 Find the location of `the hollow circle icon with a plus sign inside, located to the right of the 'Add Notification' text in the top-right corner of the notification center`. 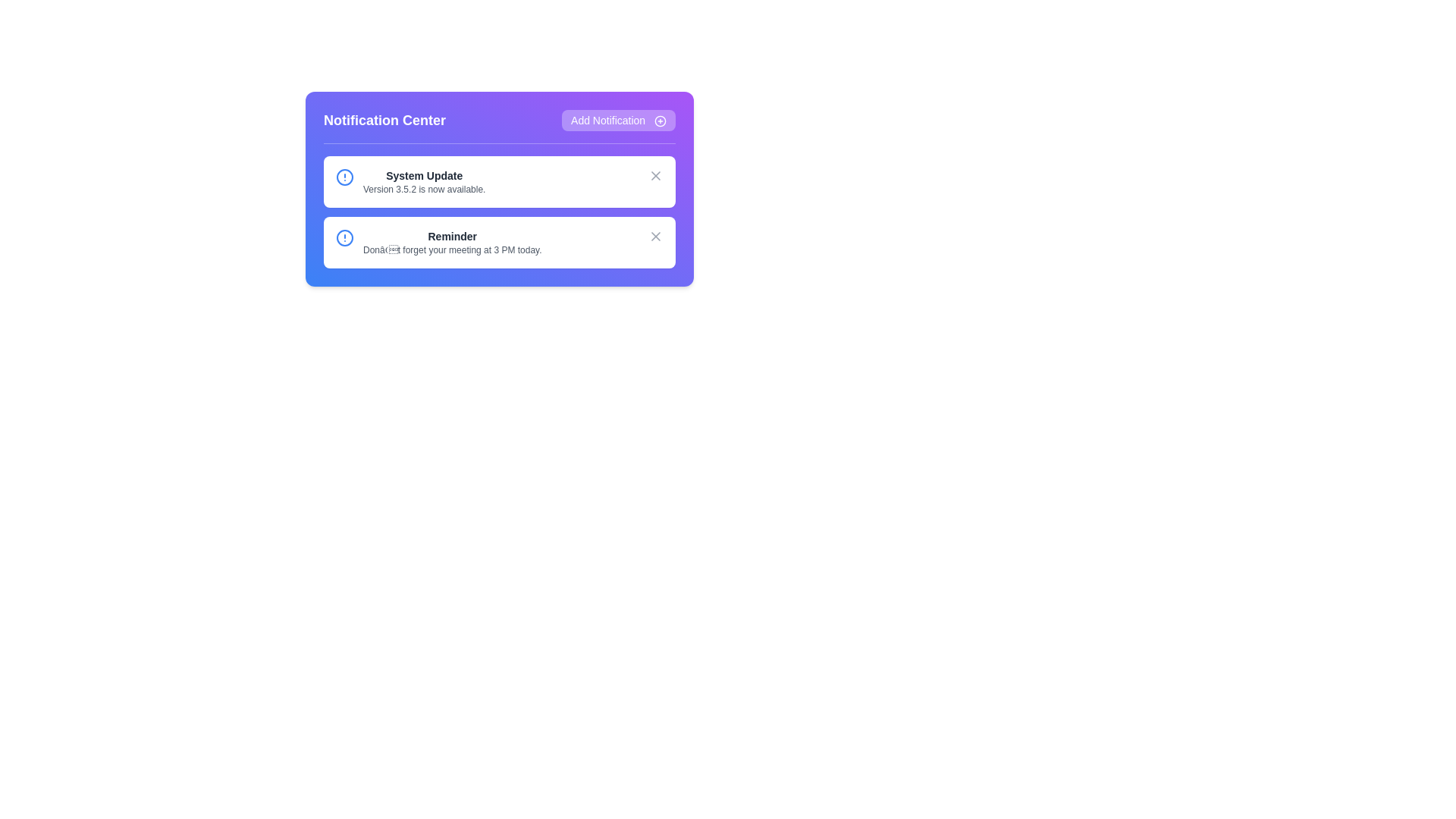

the hollow circle icon with a plus sign inside, located to the right of the 'Add Notification' text in the top-right corner of the notification center is located at coordinates (660, 120).